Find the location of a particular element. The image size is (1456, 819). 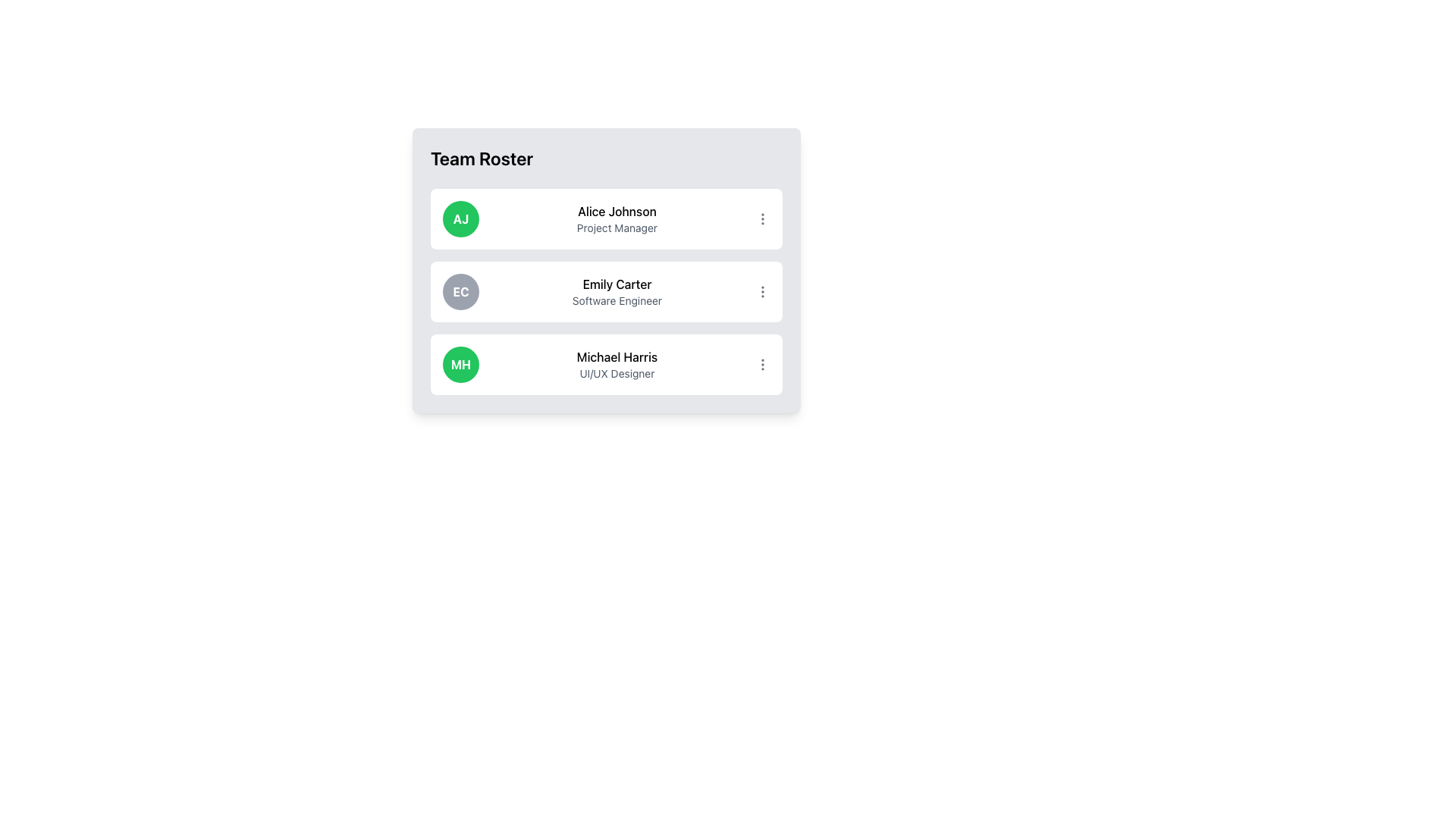

the text label displaying 'Michael Harris' in the third row of the 'Team Roster' list is located at coordinates (617, 365).